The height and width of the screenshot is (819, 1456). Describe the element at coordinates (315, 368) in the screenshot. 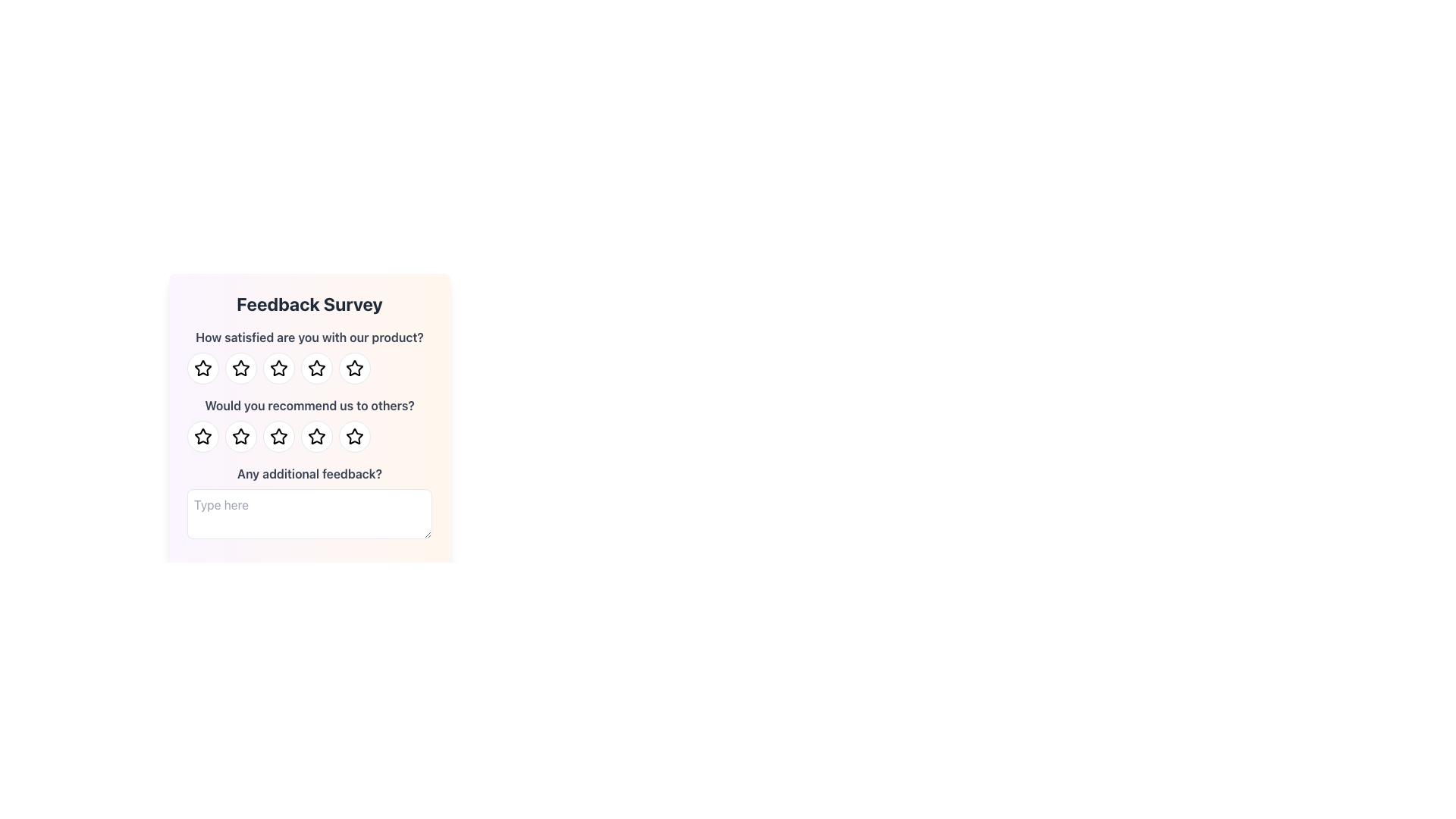

I see `the third star icon in the horizontal row of five stars` at that location.